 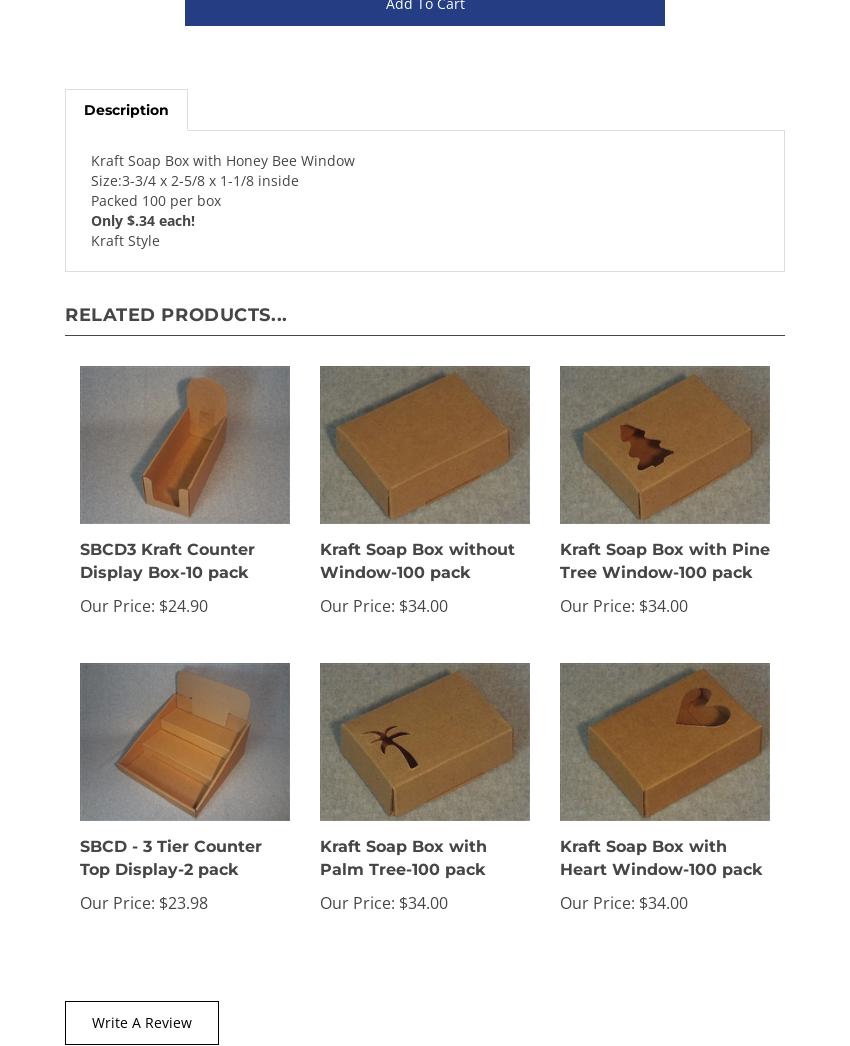 I want to click on 'Related Products...', so click(x=175, y=313).